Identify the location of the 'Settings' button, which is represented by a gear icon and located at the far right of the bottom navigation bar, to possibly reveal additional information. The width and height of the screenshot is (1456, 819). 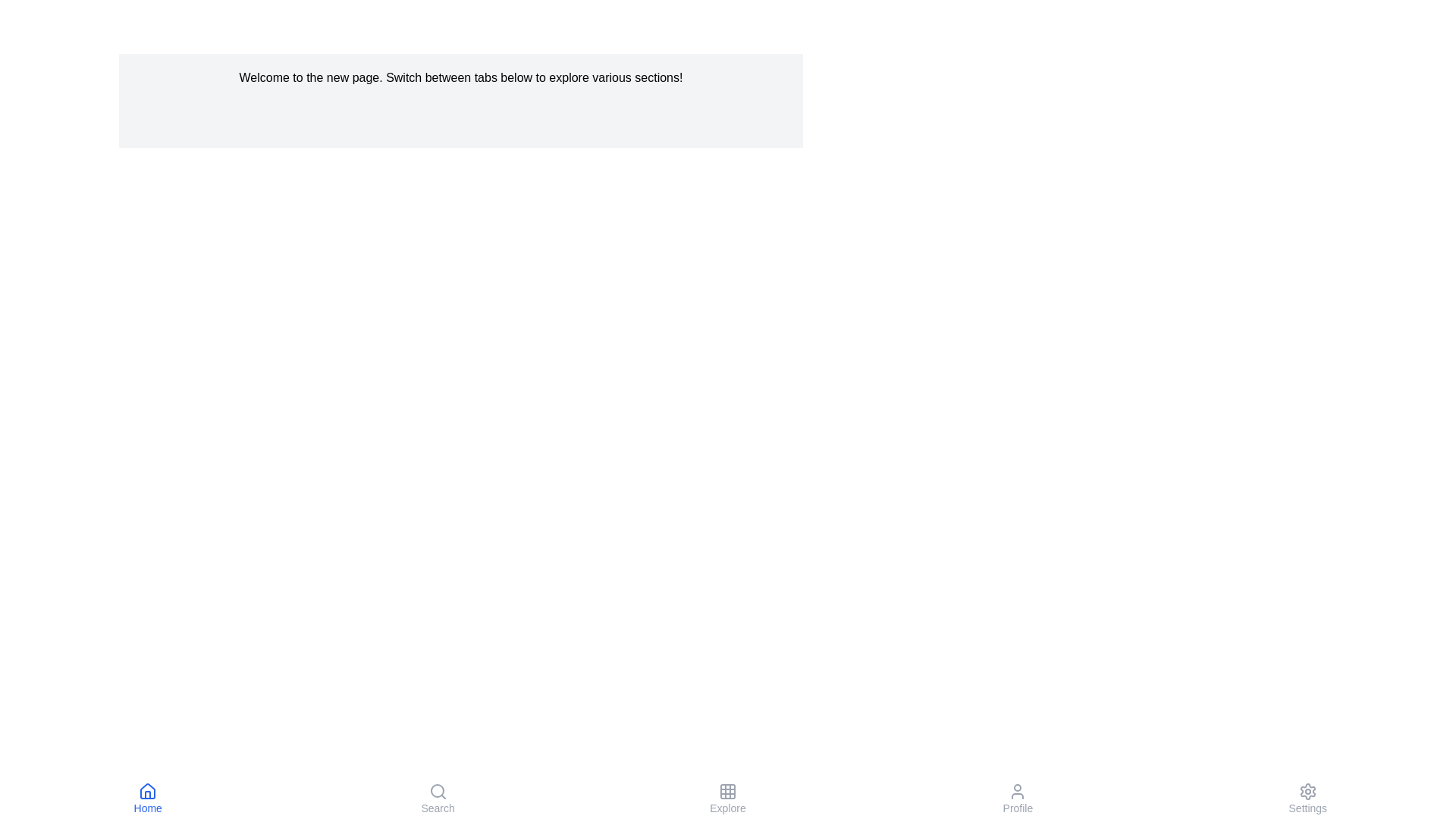
(1307, 798).